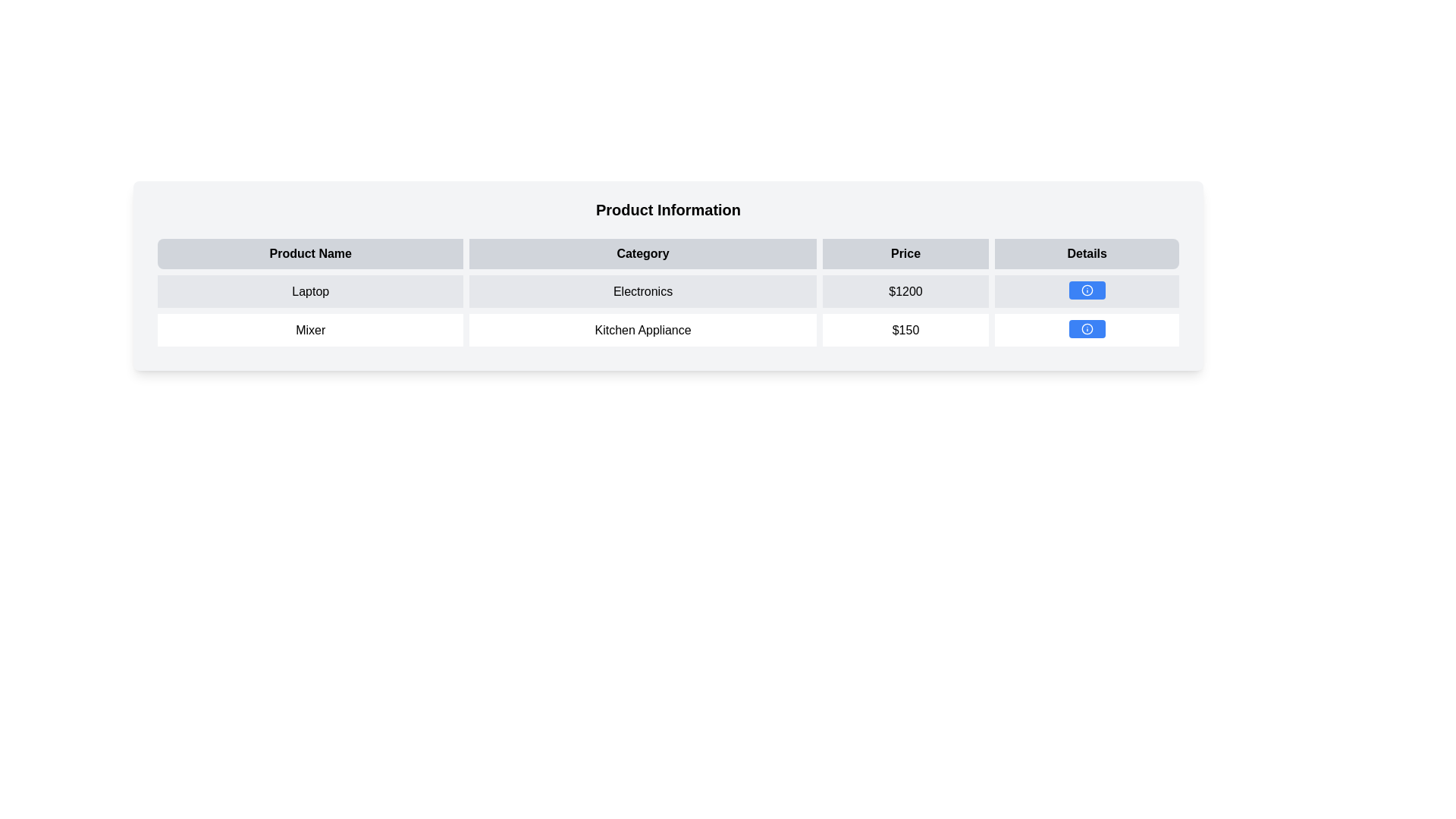  I want to click on the blue button with a circular 'i' icon in the 'Details' column of the first row for the 'Laptop' product, so click(1086, 290).